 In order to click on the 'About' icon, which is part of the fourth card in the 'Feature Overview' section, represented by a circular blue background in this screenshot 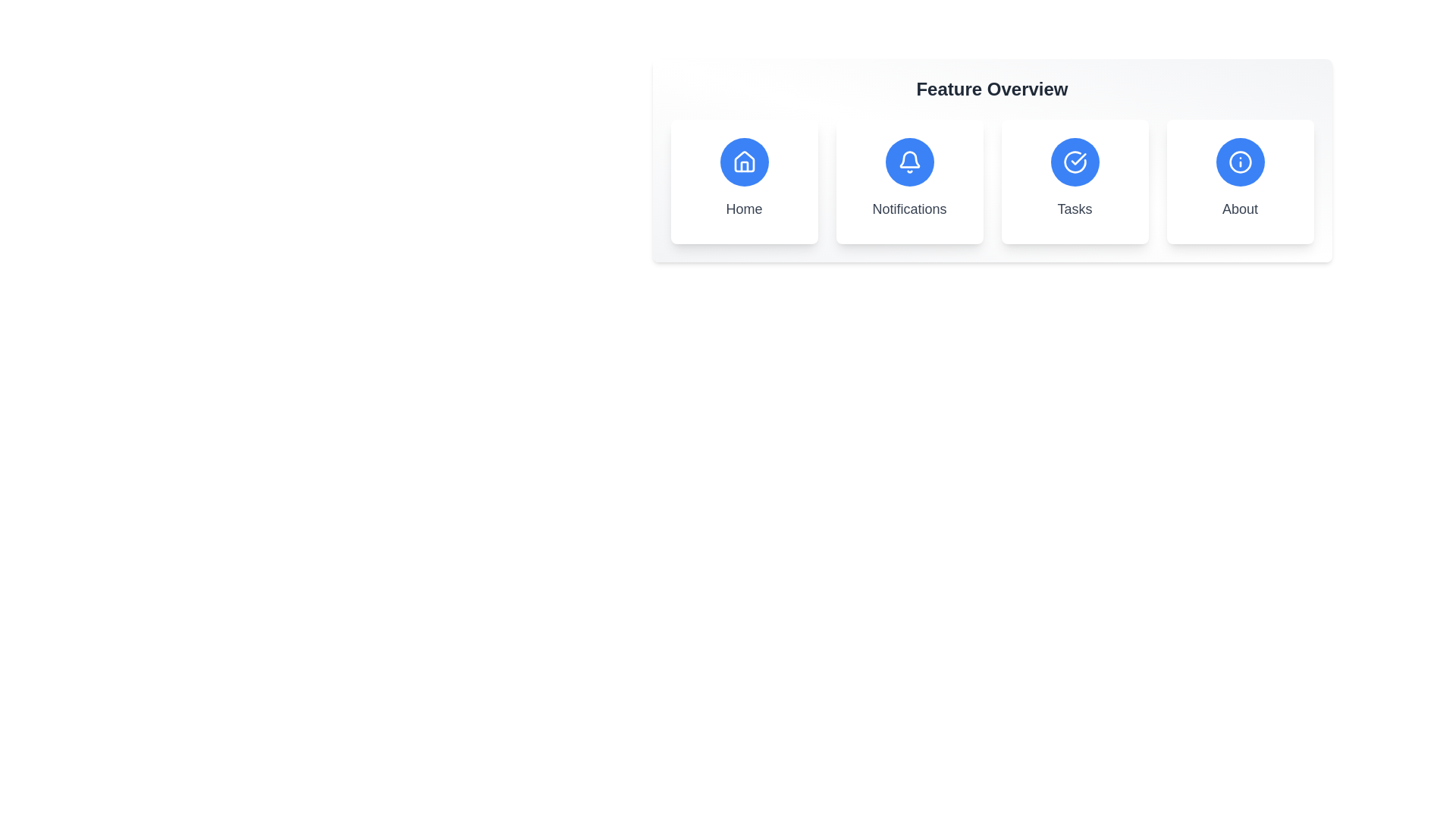, I will do `click(1240, 162)`.